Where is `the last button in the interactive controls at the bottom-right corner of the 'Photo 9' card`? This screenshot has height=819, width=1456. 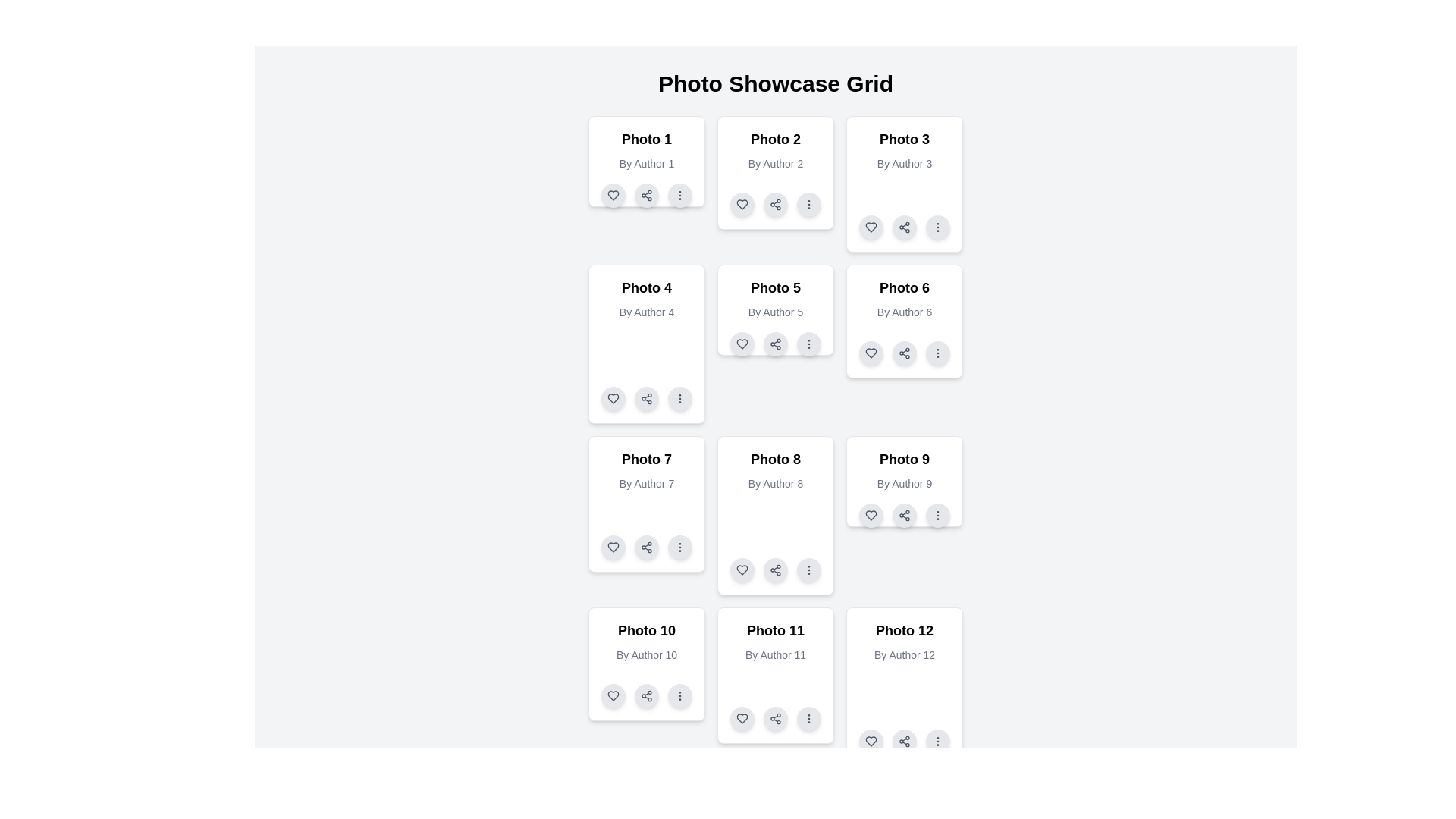
the last button in the interactive controls at the bottom-right corner of the 'Photo 9' card is located at coordinates (937, 514).